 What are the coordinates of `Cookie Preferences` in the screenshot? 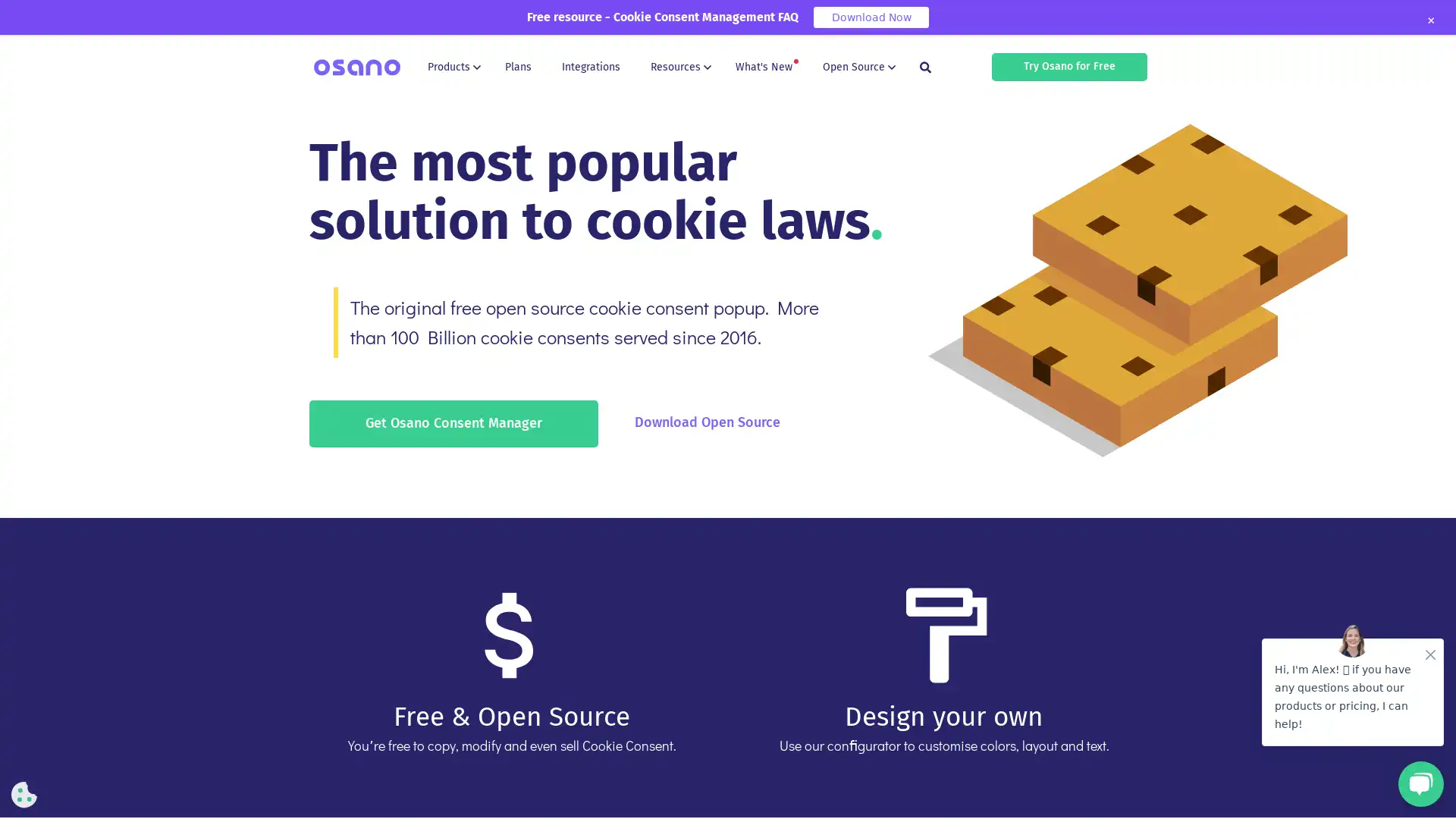 It's located at (24, 794).